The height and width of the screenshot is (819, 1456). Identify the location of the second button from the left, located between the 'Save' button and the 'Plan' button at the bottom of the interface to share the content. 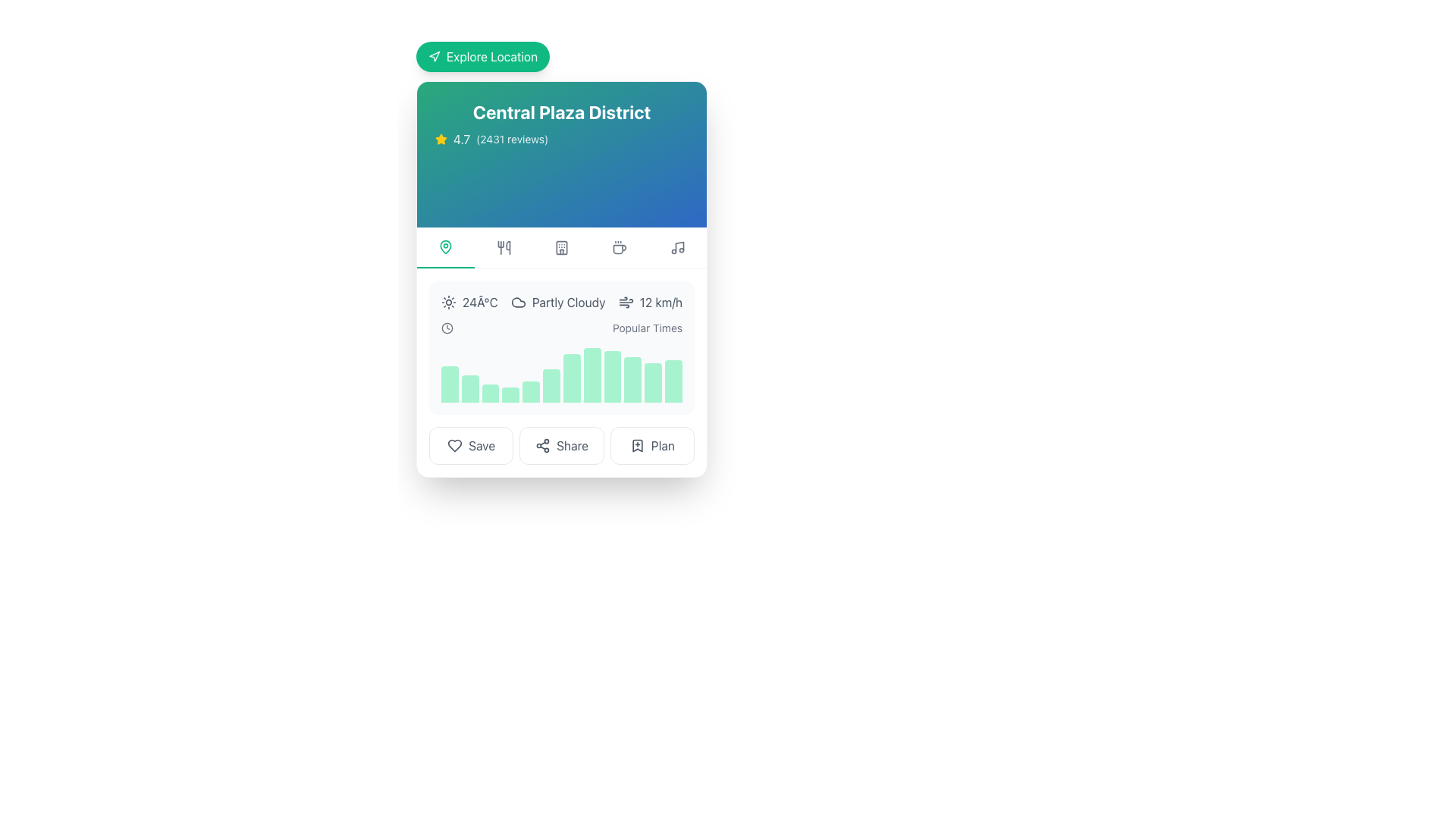
(560, 444).